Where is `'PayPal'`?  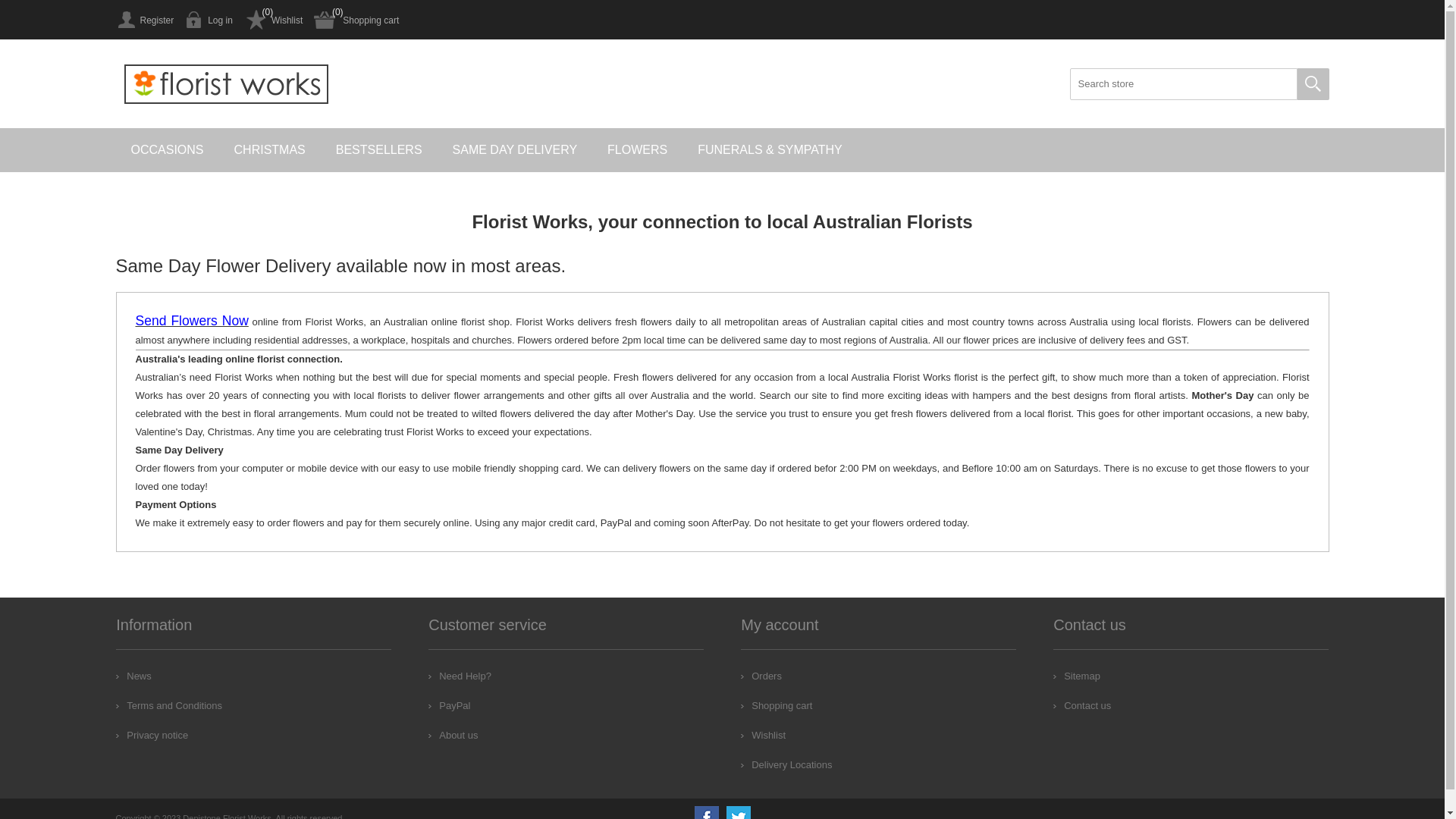 'PayPal' is located at coordinates (428, 705).